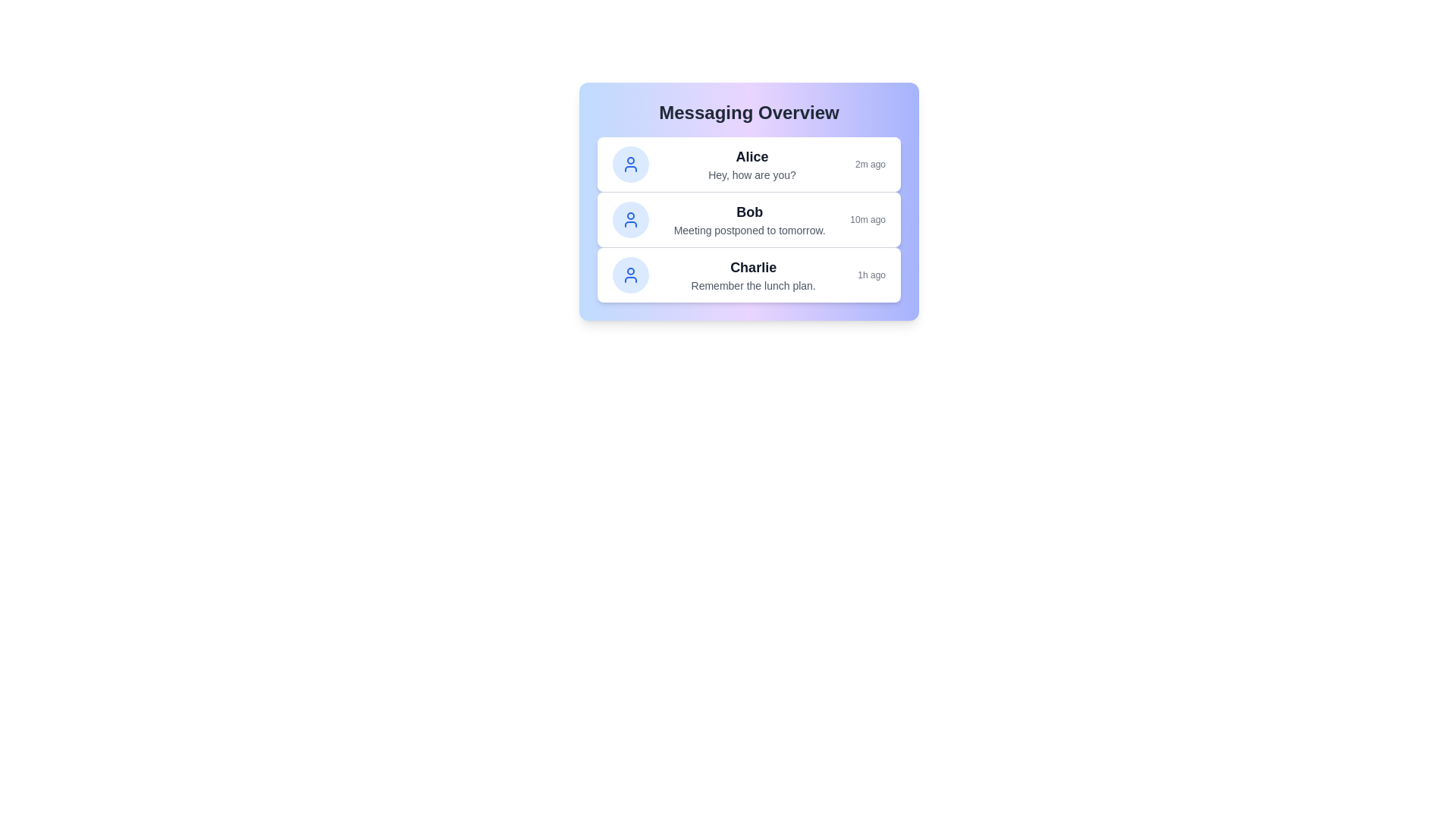 The height and width of the screenshot is (819, 1456). What do you see at coordinates (749, 275) in the screenshot?
I see `the list item corresponding to Charlie` at bounding box center [749, 275].